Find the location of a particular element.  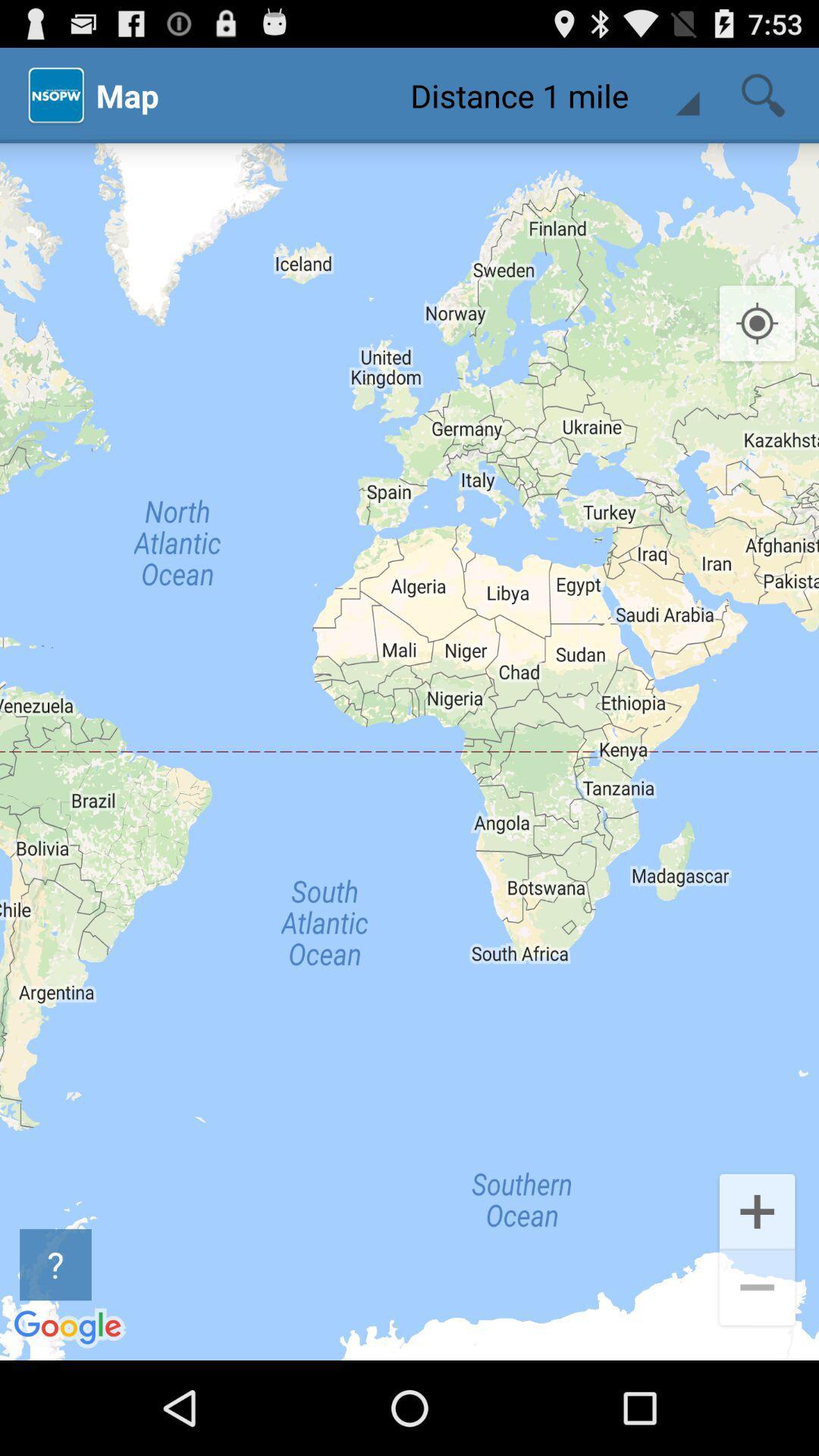

the minus icon is located at coordinates (757, 1380).